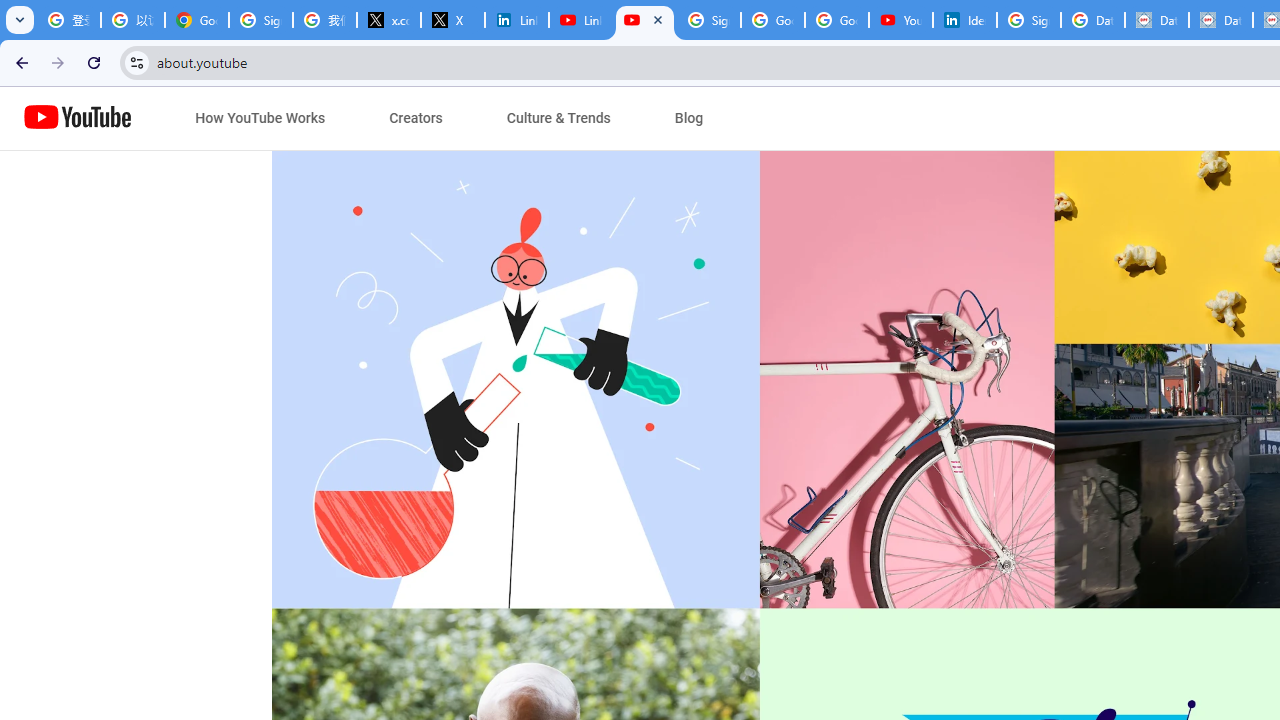 The height and width of the screenshot is (720, 1280). Describe the element at coordinates (78, 118) in the screenshot. I see `'Home page link'` at that location.